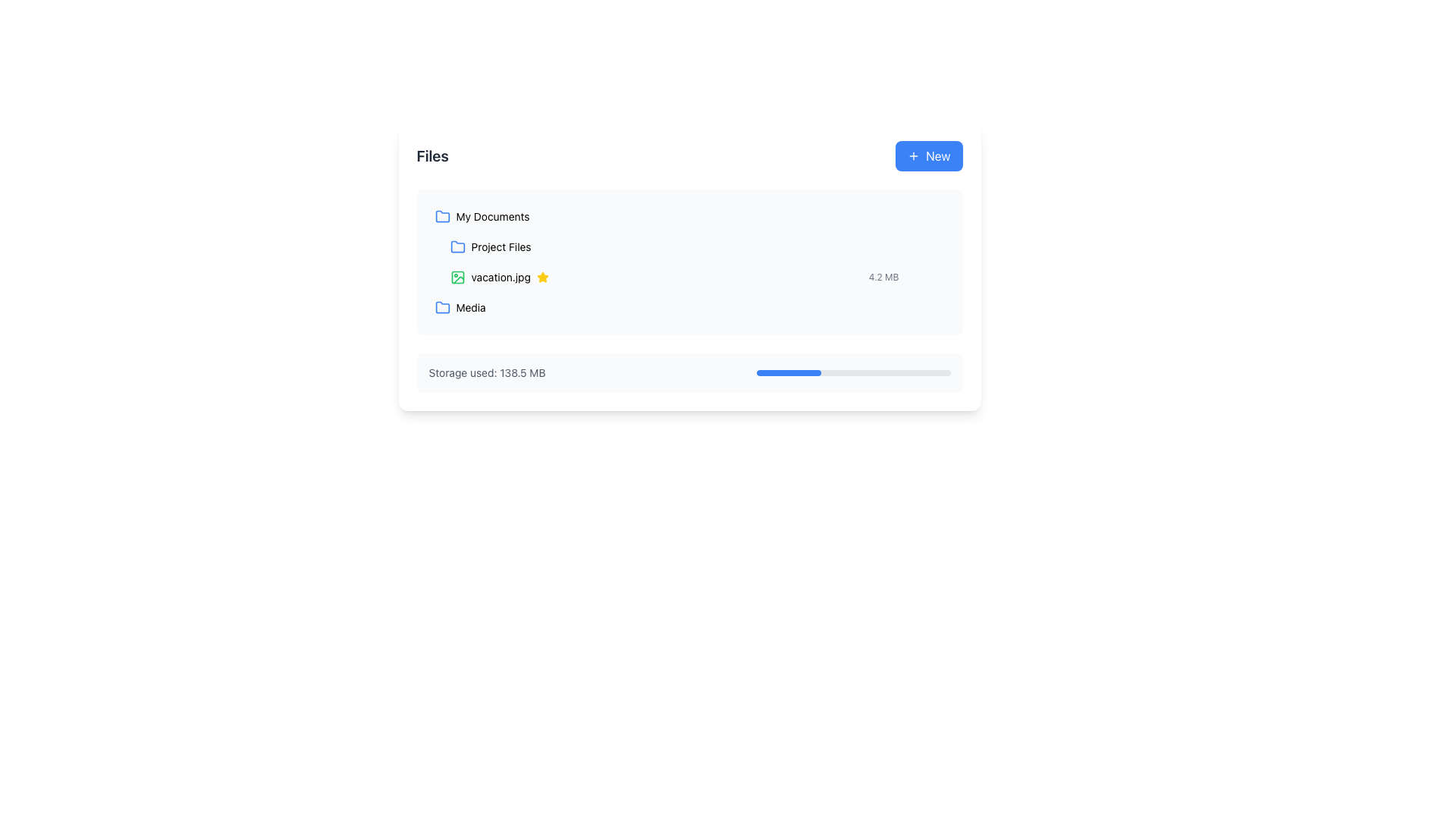  Describe the element at coordinates (470, 307) in the screenshot. I see `the 'Media' text label, which is styled with a small font-size and is positioned next to a blue tinted folder icon in the file management interface` at that location.